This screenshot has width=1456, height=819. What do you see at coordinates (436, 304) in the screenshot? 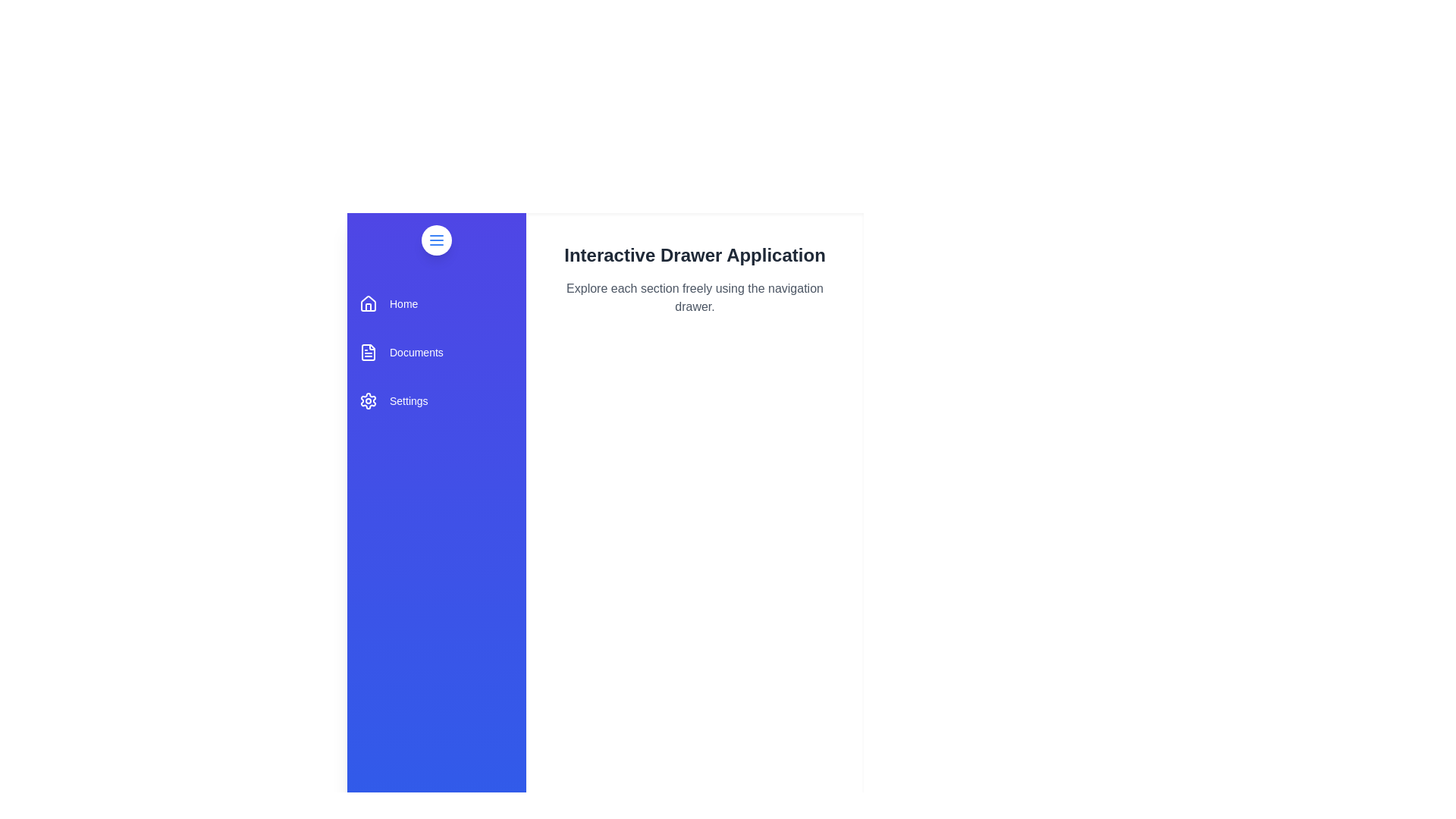
I see `the 'Home' section in the navigation drawer` at bounding box center [436, 304].